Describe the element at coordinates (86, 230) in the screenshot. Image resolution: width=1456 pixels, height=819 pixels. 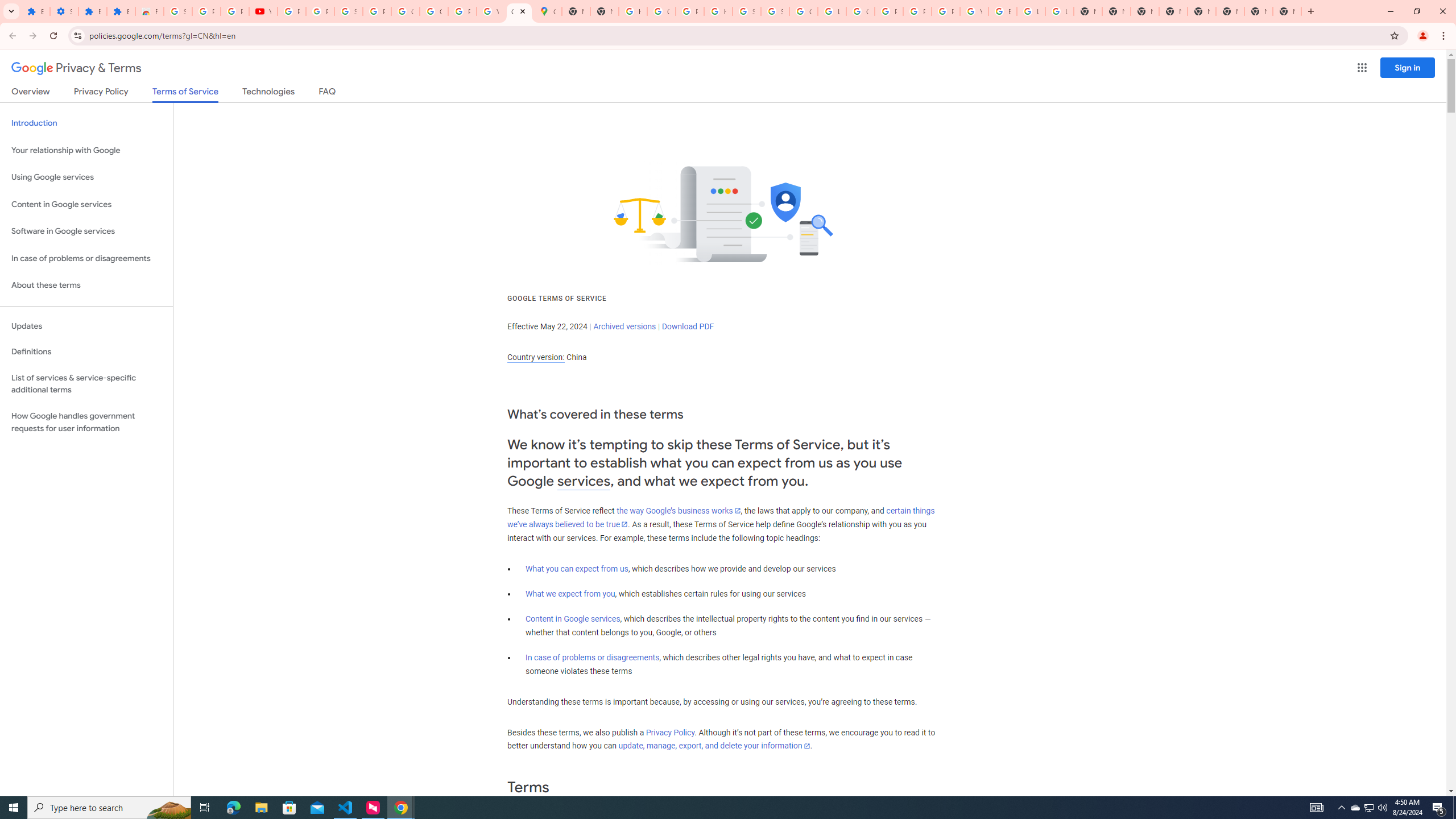
I see `'Software in Google services'` at that location.